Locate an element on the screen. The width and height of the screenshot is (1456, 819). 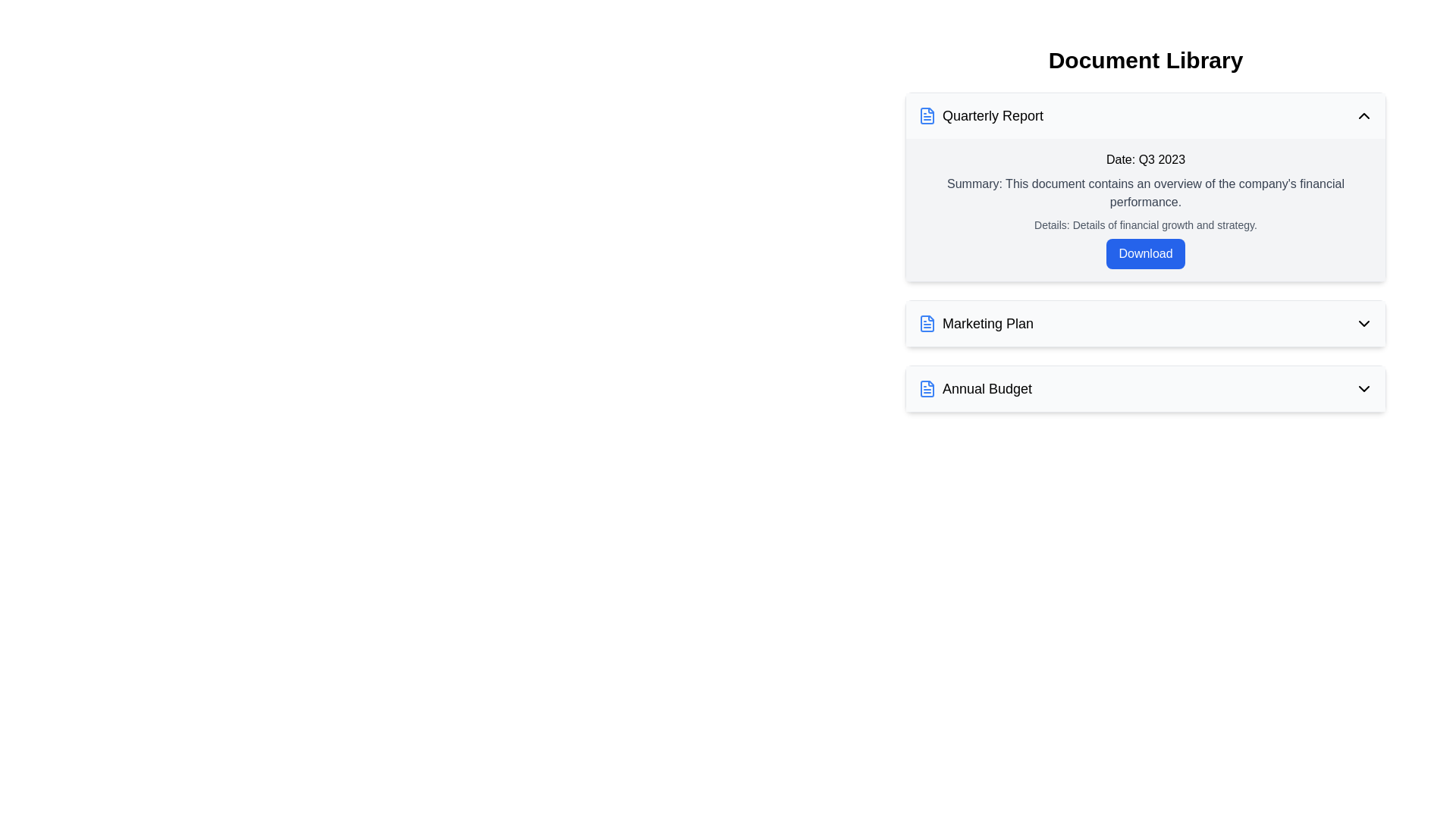
the 'Marketing Plan' element, which is a label with a blue document icon is located at coordinates (975, 323).